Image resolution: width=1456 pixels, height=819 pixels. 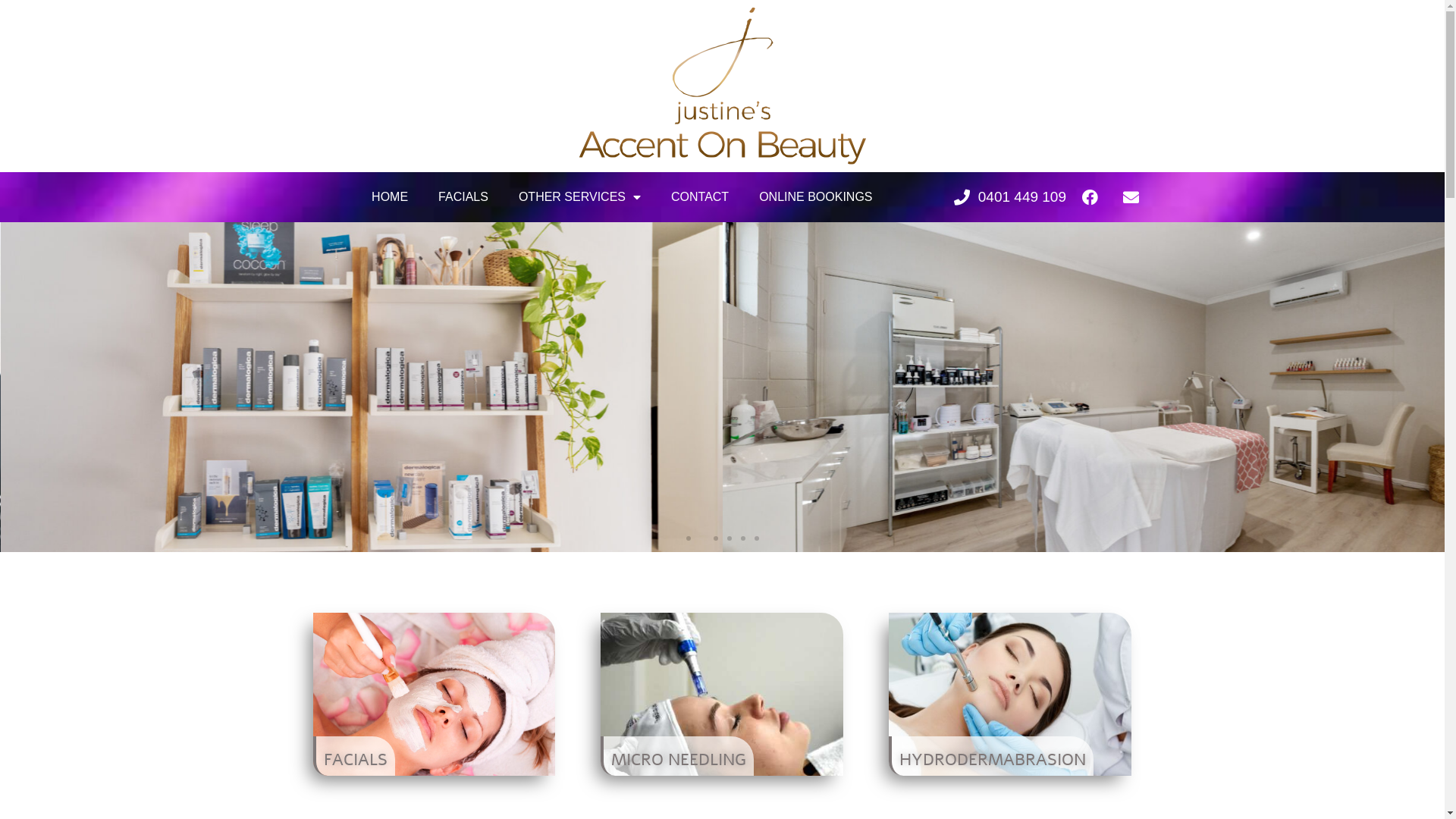 What do you see at coordinates (814, 196) in the screenshot?
I see `'ONLINE BOOKINGS'` at bounding box center [814, 196].